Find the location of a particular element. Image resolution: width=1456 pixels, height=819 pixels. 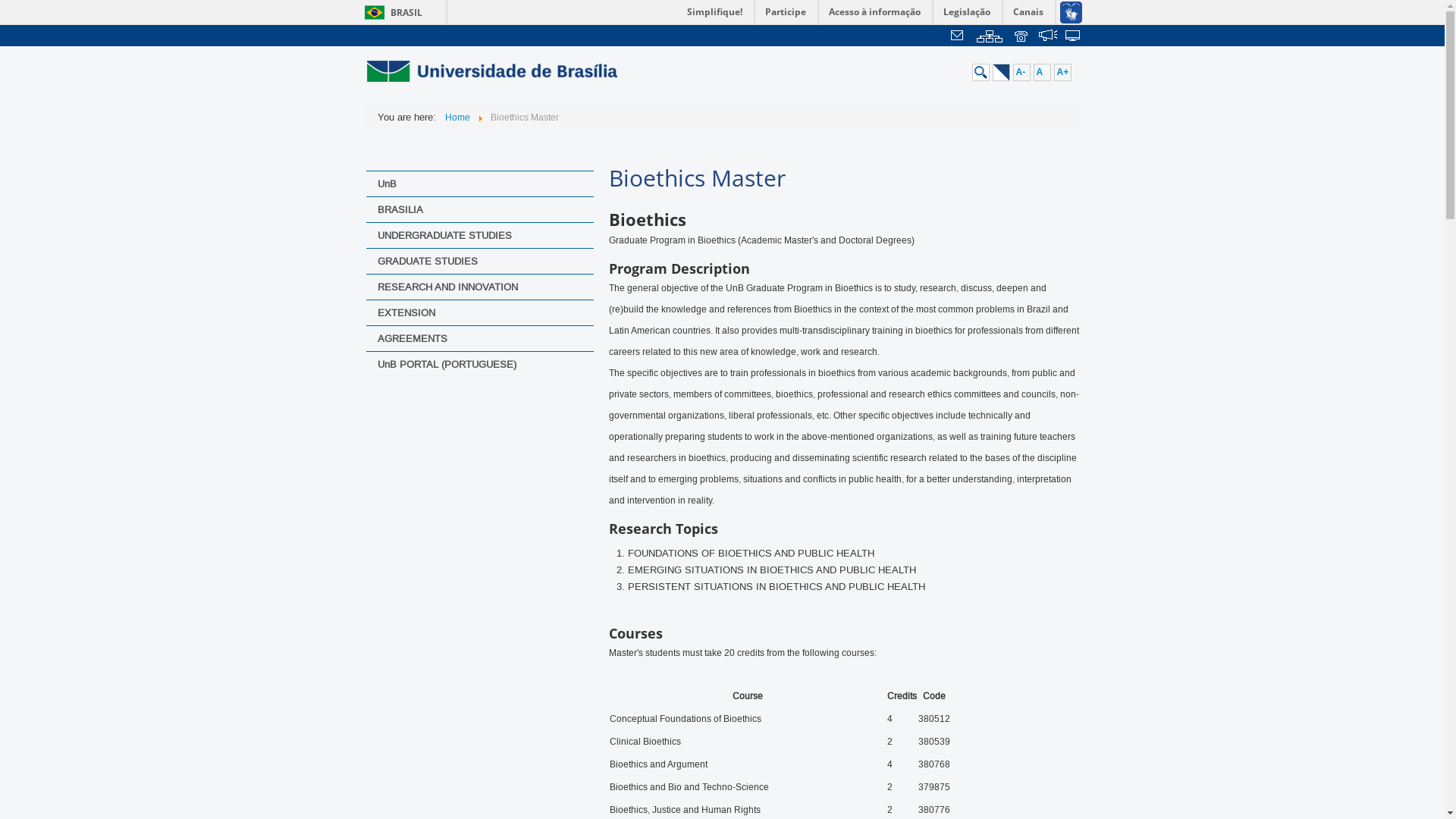

'Home' is located at coordinates (456, 116).